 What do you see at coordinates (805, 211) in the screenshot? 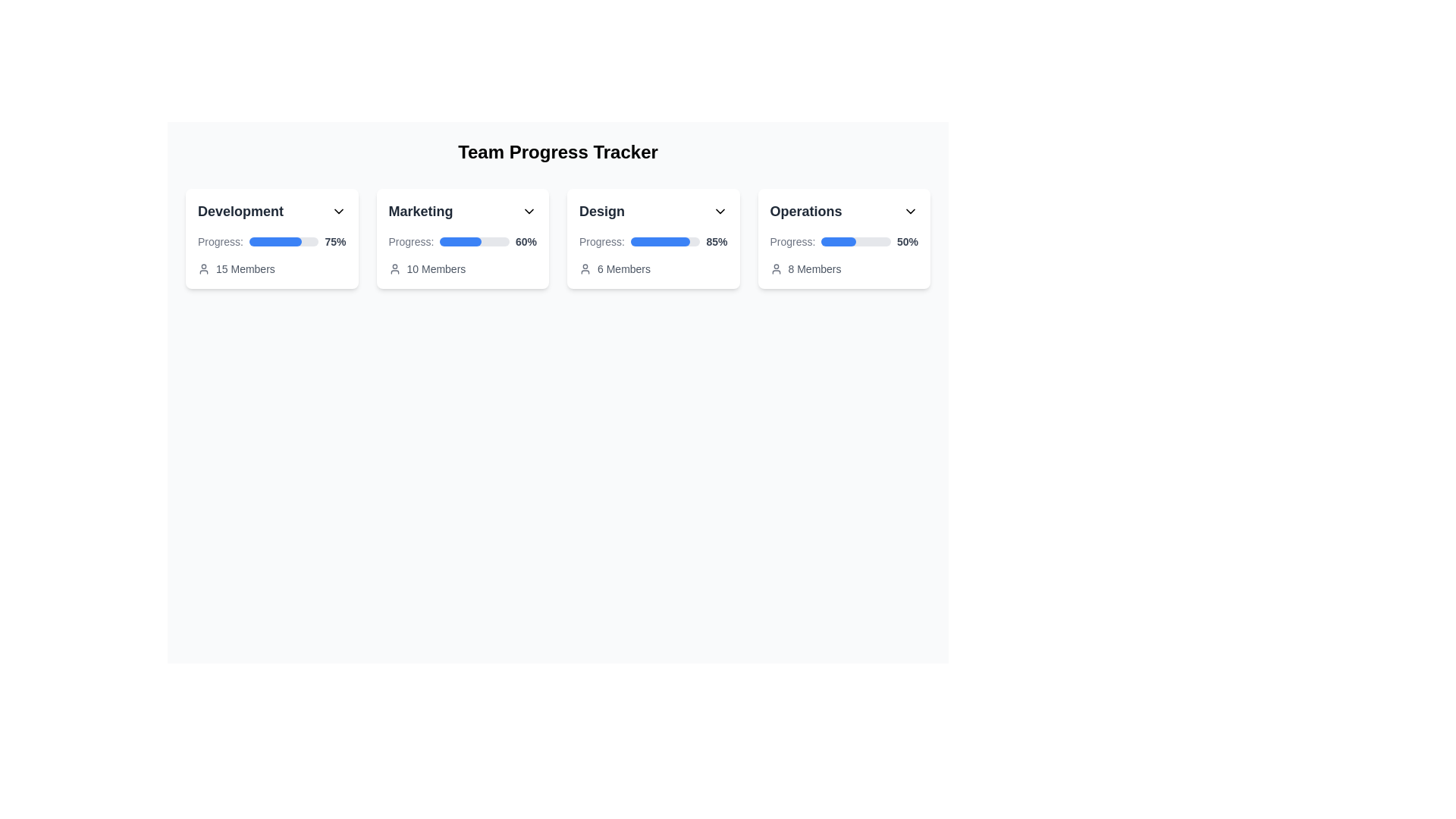
I see `the bold text element labeled 'Operations', which is prominently displayed at the top of the fourth card in the row of cards` at bounding box center [805, 211].